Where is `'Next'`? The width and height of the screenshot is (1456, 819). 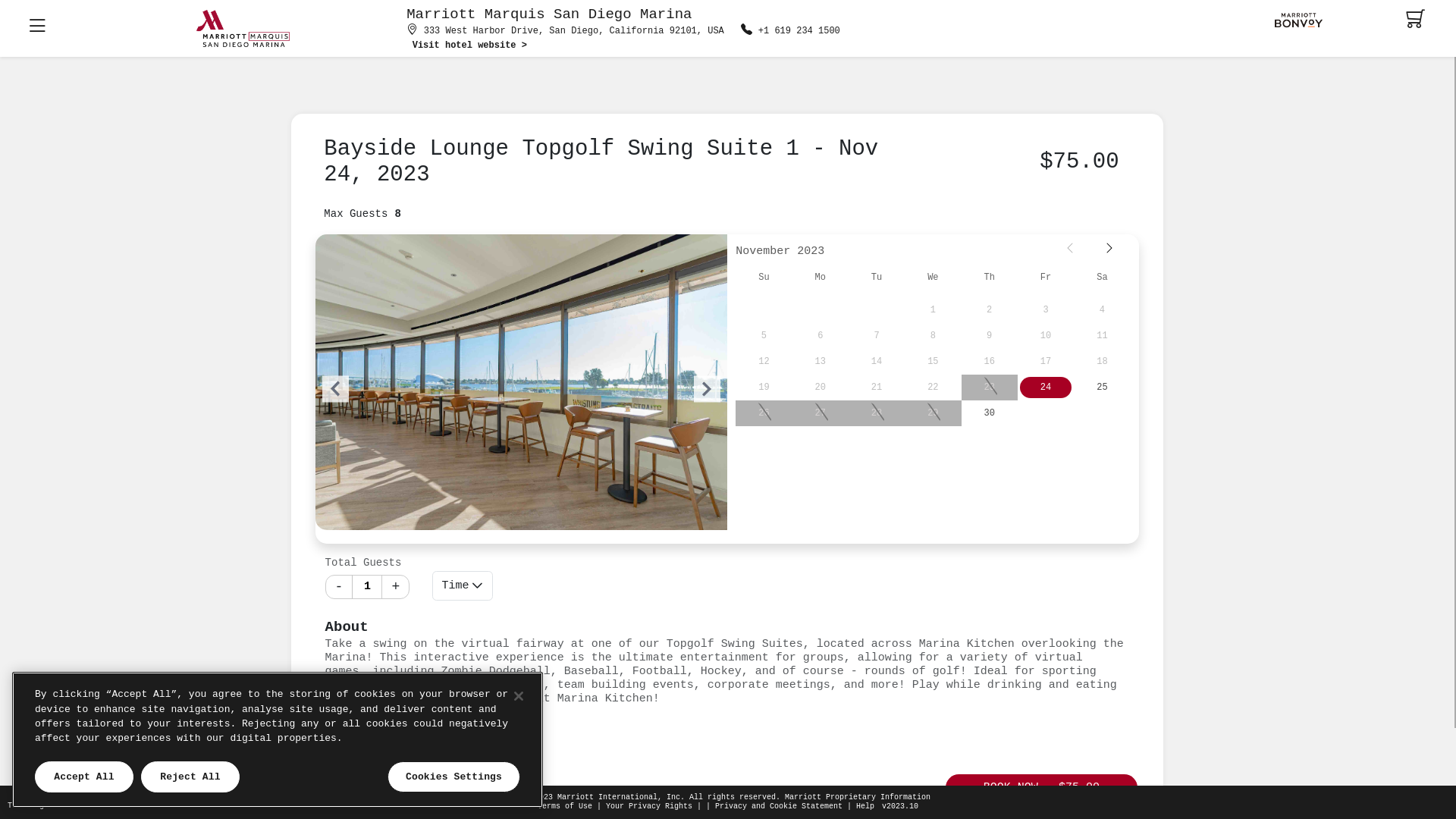 'Next' is located at coordinates (1110, 248).